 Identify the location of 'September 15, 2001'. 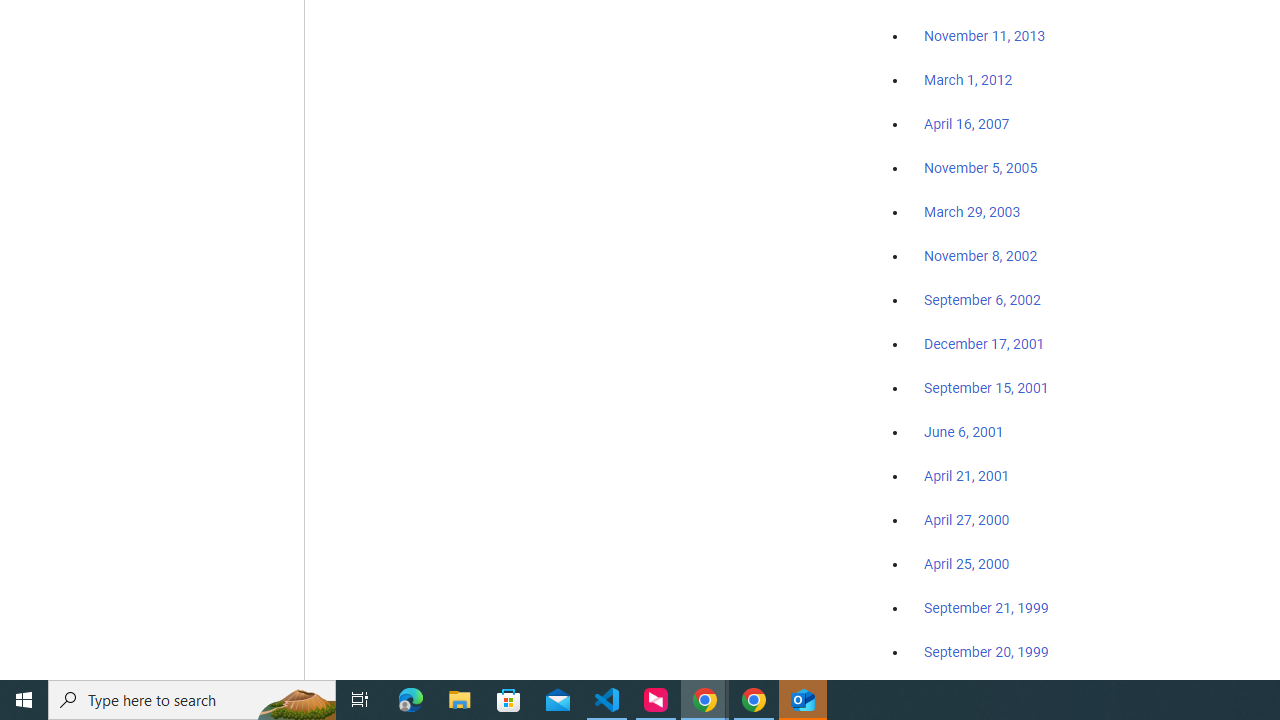
(986, 387).